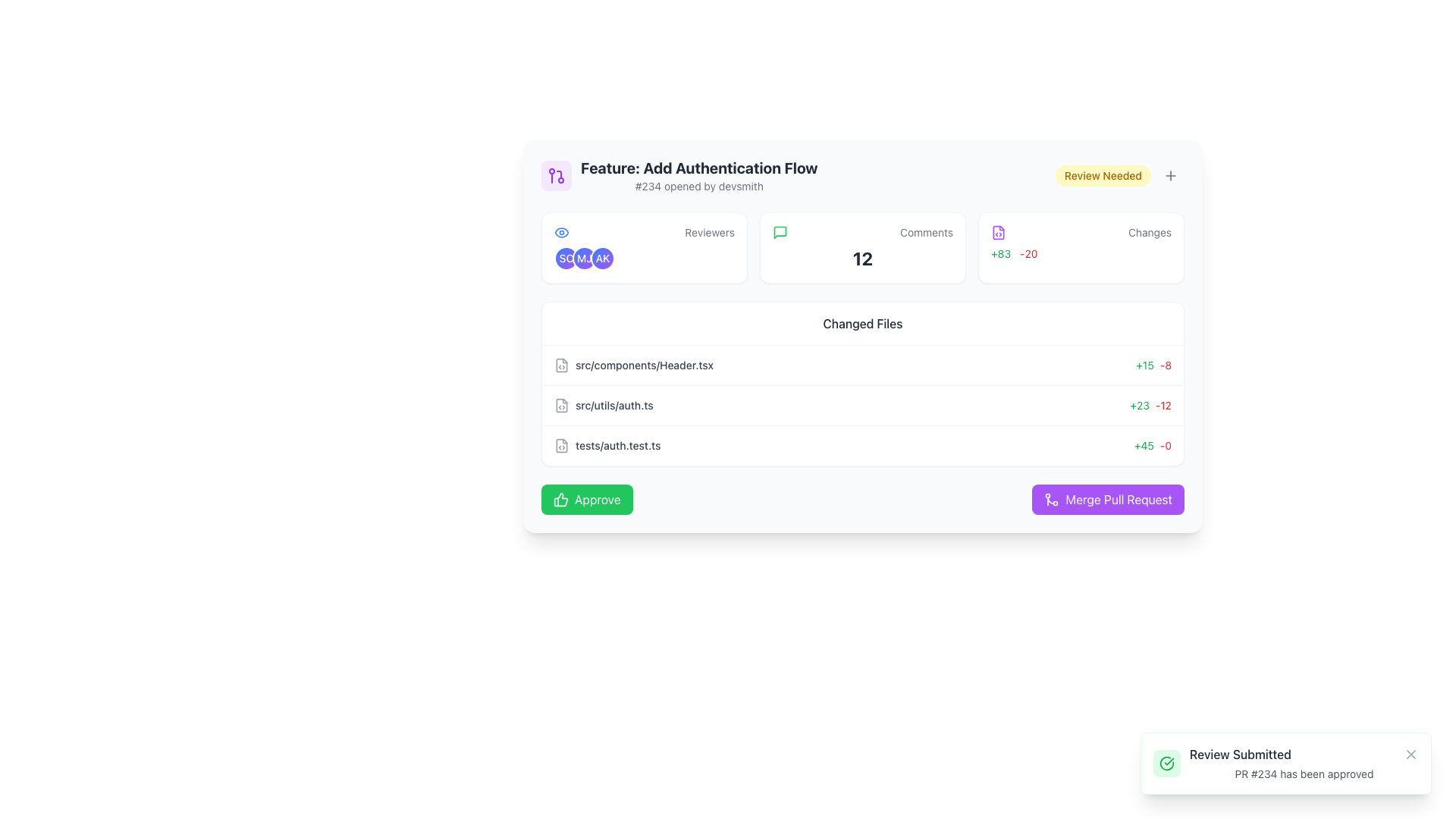 Image resolution: width=1456 pixels, height=819 pixels. I want to click on the text label identifying the file 'tests/auth.test.ts' located in the bottom section of the changed files list in the version control system interface, so click(618, 444).